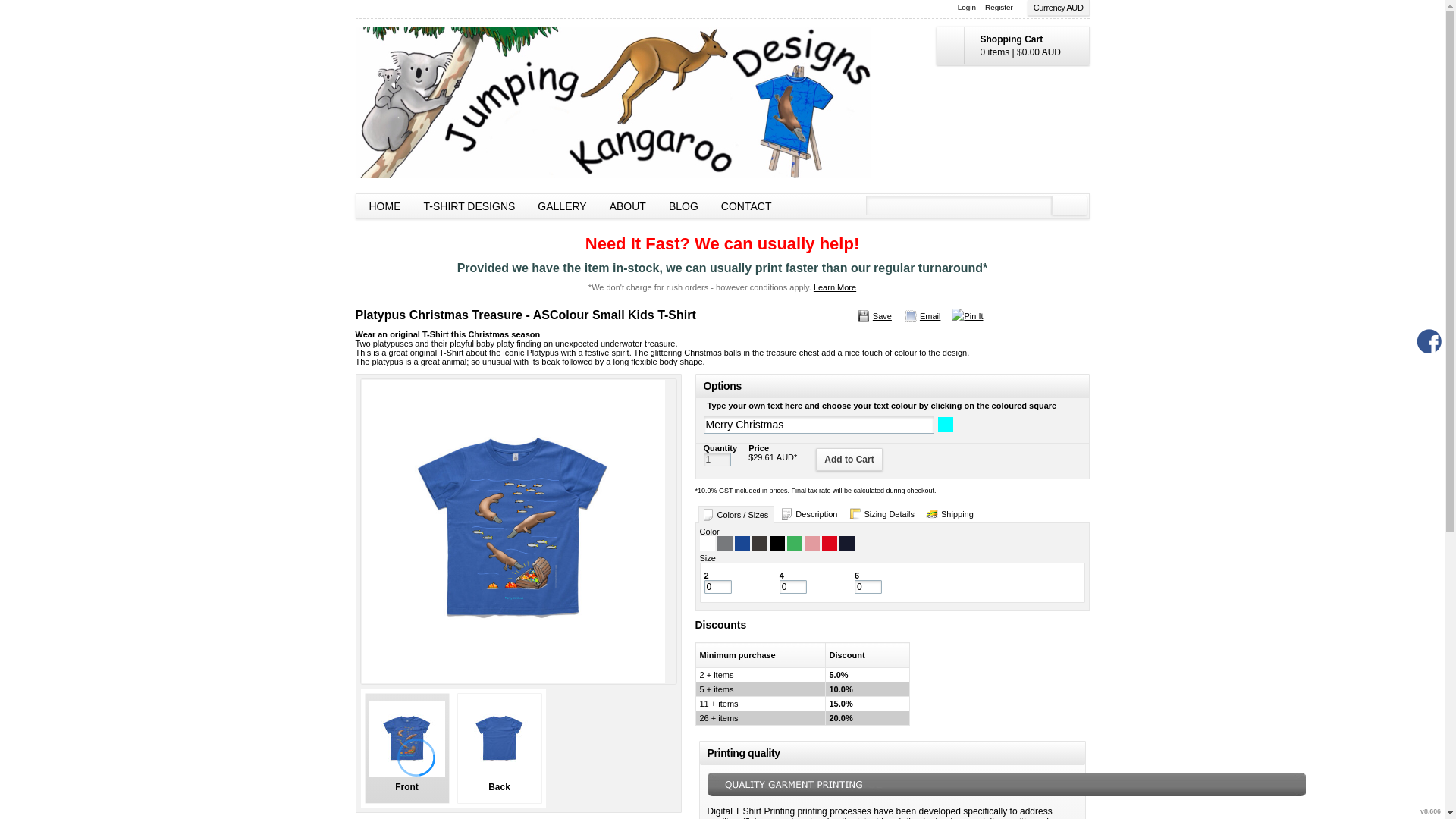 Image resolution: width=1456 pixels, height=819 pixels. What do you see at coordinates (882, 513) in the screenshot?
I see `'Sizing Details'` at bounding box center [882, 513].